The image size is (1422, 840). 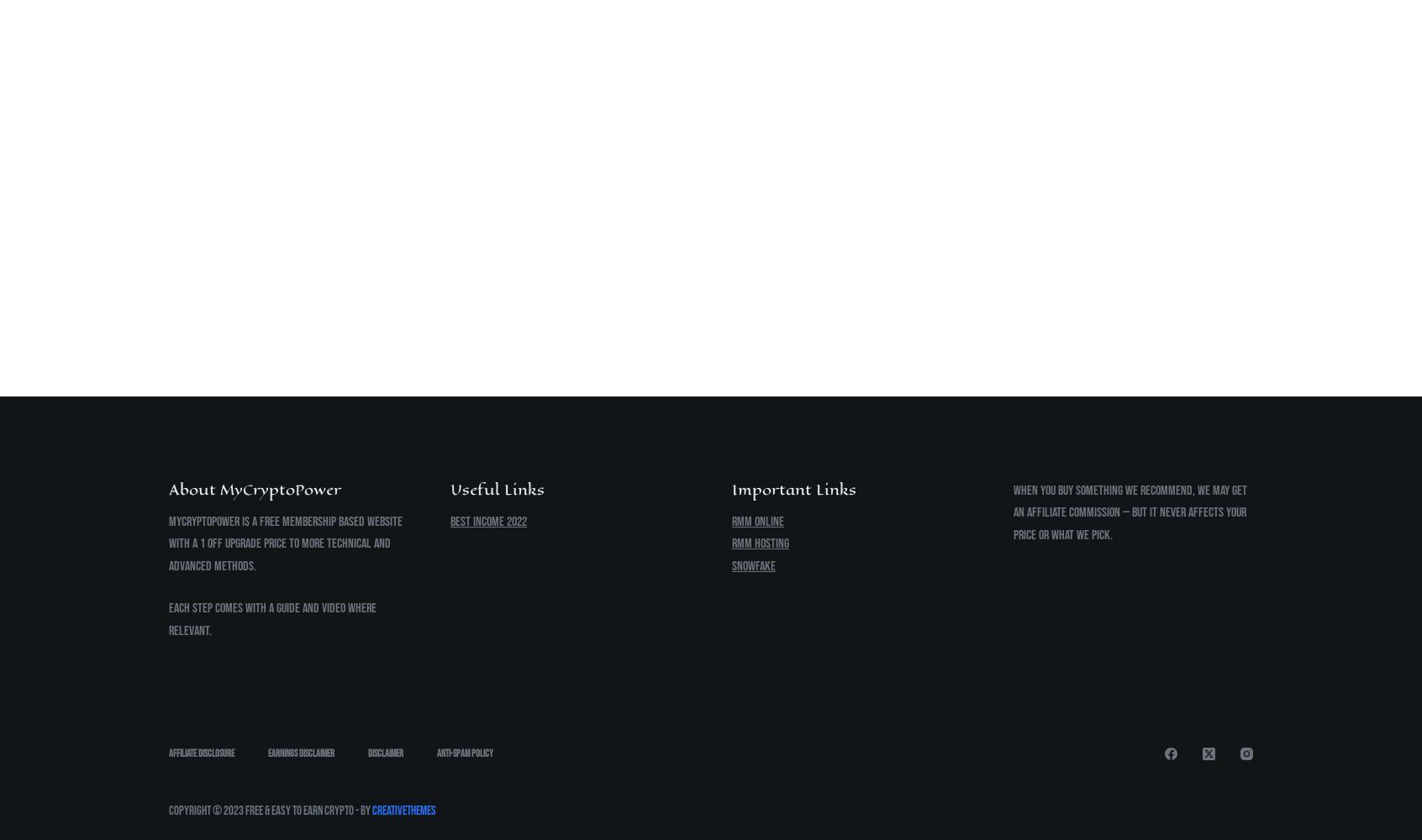 I want to click on 'When you buy something we recommend, we may get an affiliate commission — but it never affects your price or what we pick.', so click(x=1130, y=512).